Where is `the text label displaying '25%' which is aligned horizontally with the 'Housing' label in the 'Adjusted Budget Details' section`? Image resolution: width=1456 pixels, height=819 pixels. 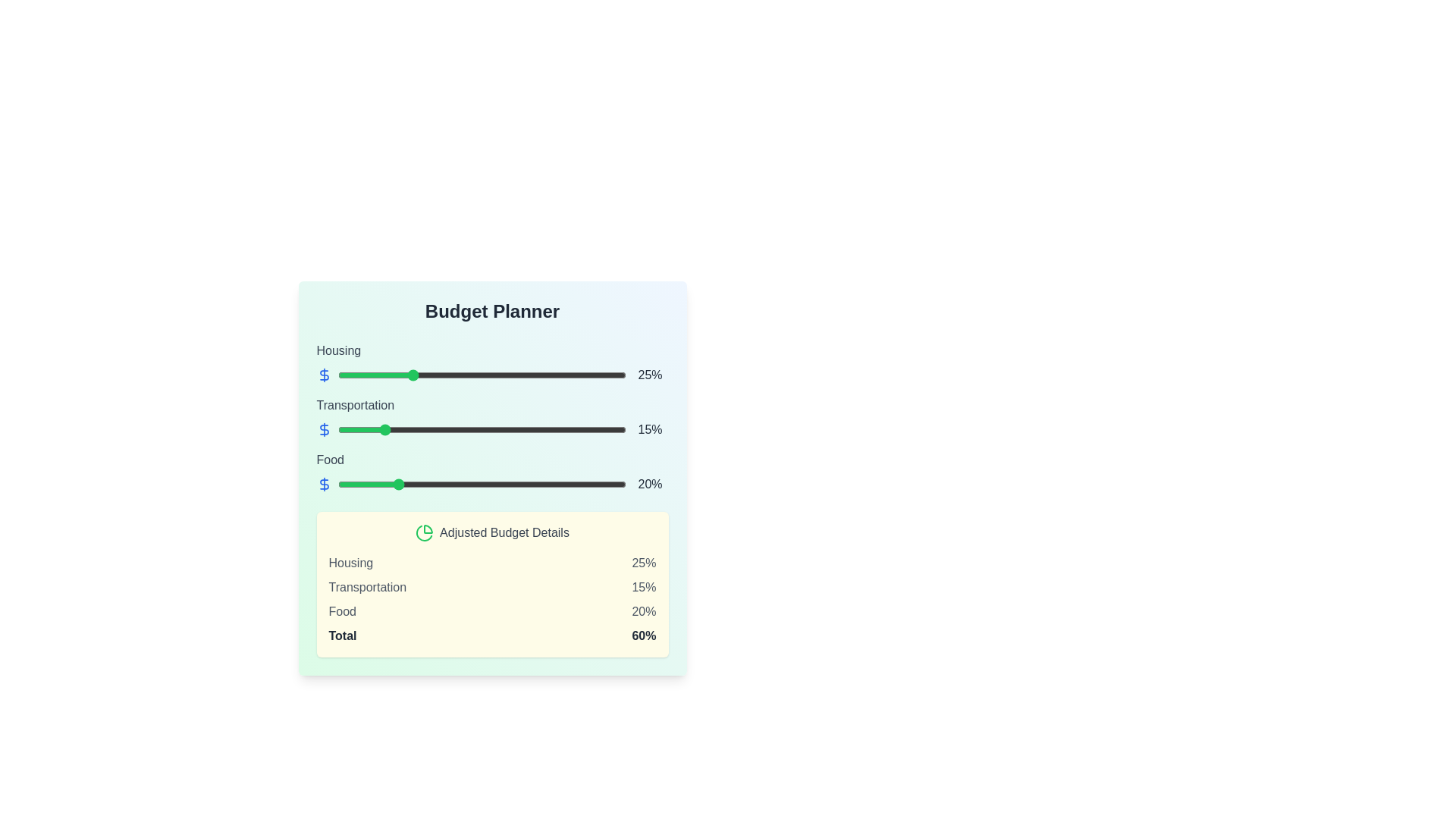 the text label displaying '25%' which is aligned horizontally with the 'Housing' label in the 'Adjusted Budget Details' section is located at coordinates (644, 563).